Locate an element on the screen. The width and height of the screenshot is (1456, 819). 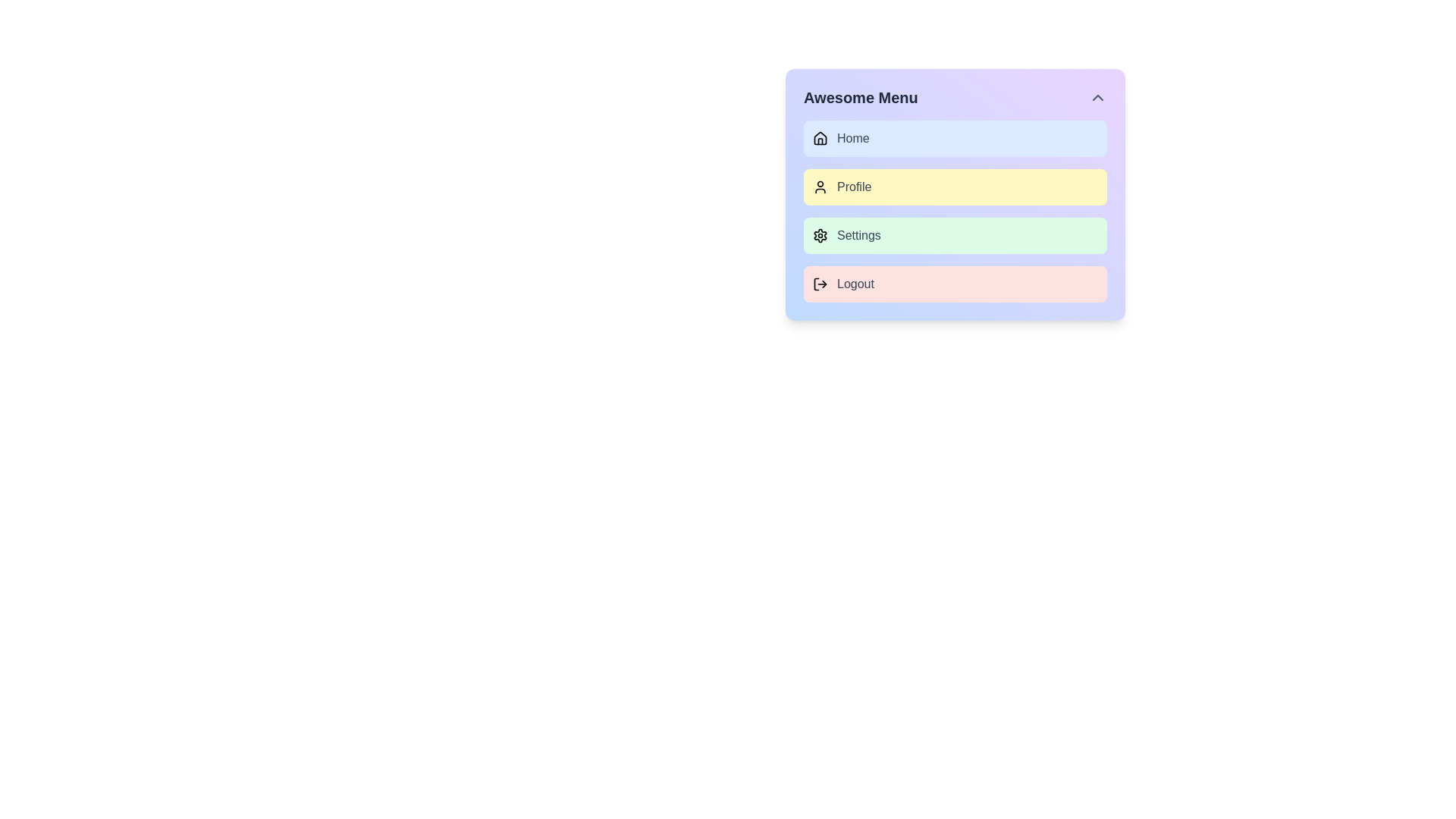
the 'Settings' button, which is the third item in a vertical list of navigation options, positioned between 'Profile' and 'Logout' is located at coordinates (954, 236).